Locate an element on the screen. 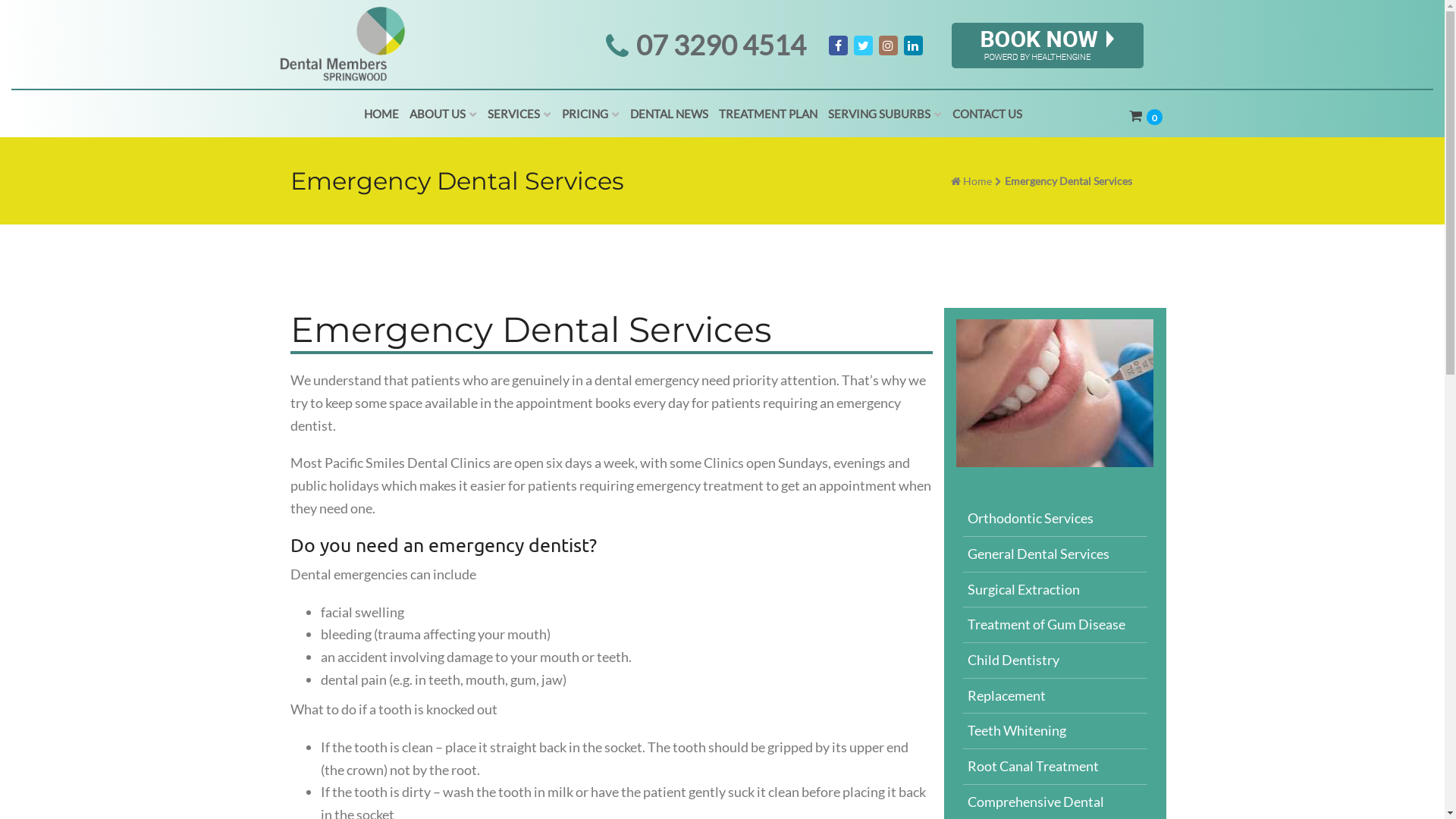 This screenshot has width=1456, height=819. 'Linkedin' is located at coordinates (912, 45).